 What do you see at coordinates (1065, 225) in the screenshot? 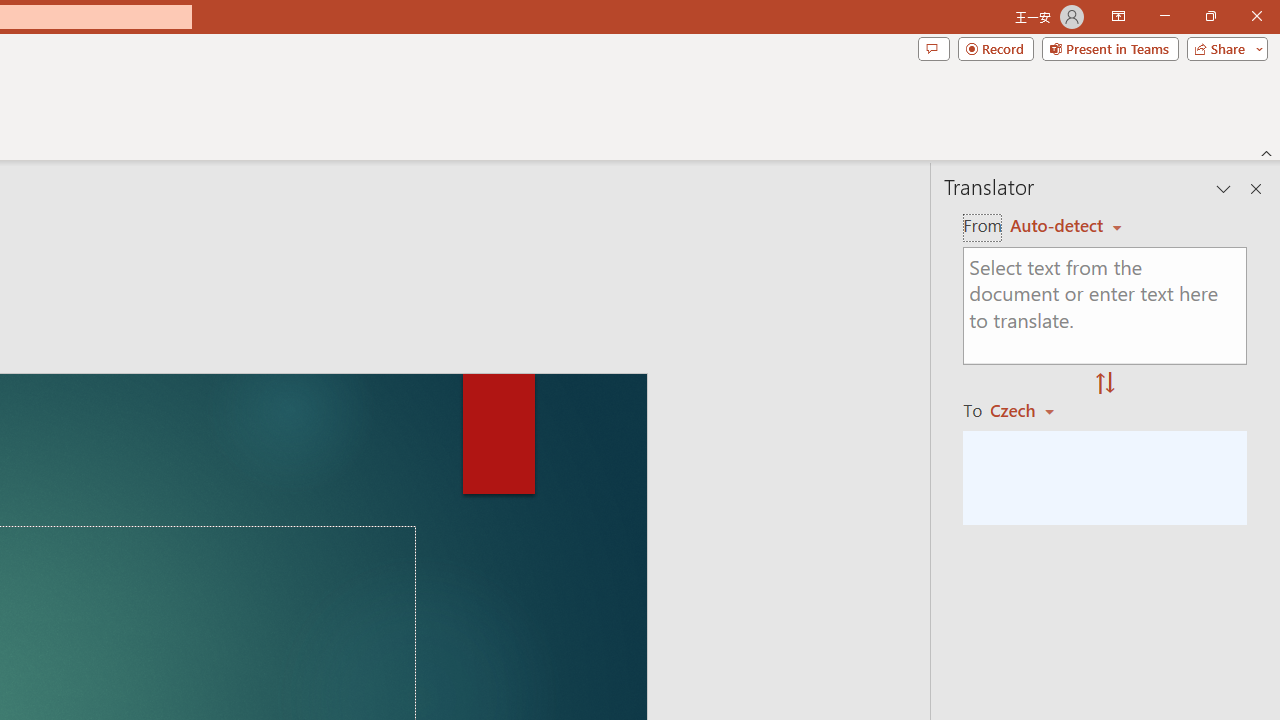
I see `'Auto-detect'` at bounding box center [1065, 225].